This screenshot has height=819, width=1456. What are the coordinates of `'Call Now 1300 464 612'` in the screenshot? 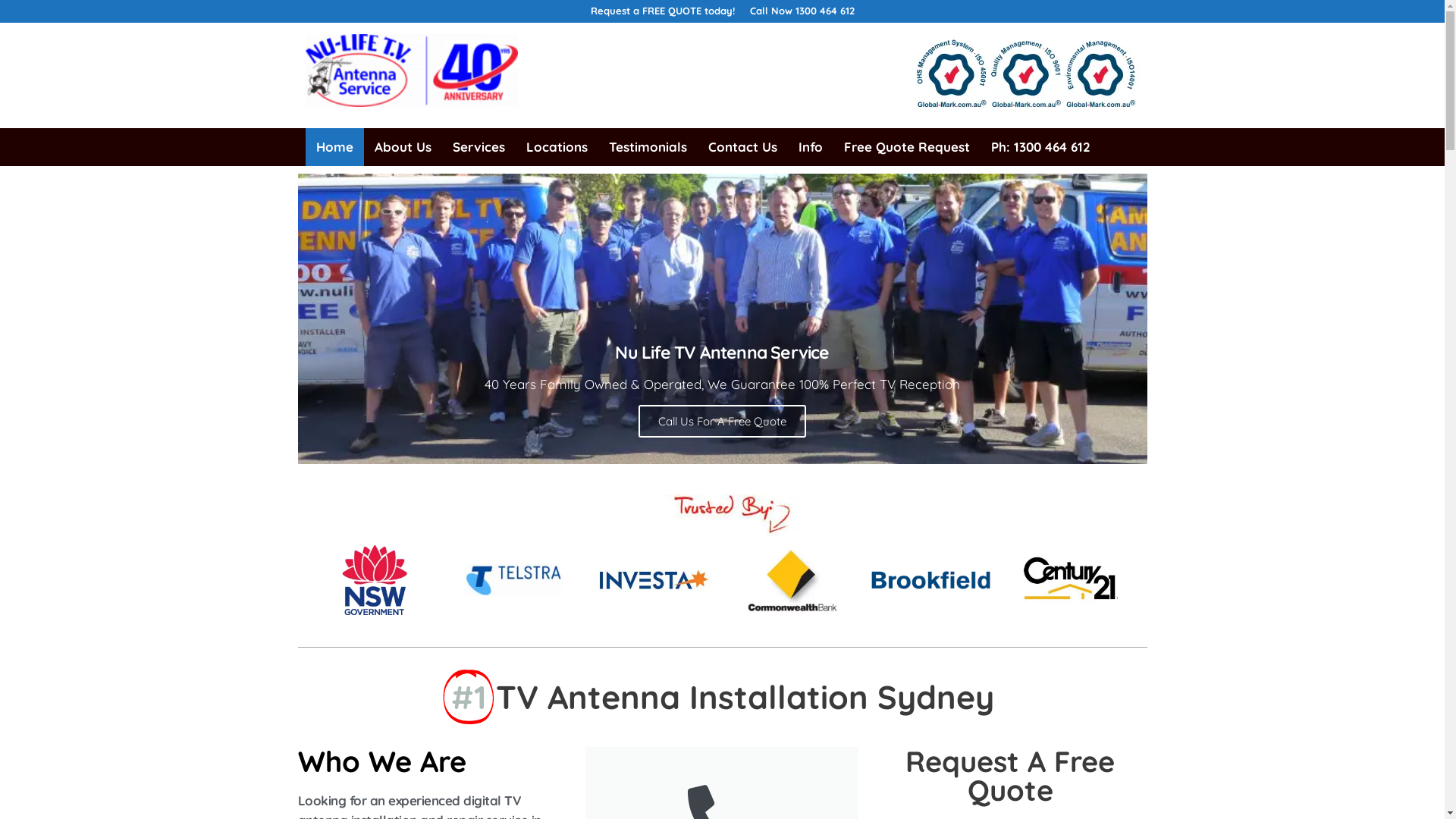 It's located at (800, 11).